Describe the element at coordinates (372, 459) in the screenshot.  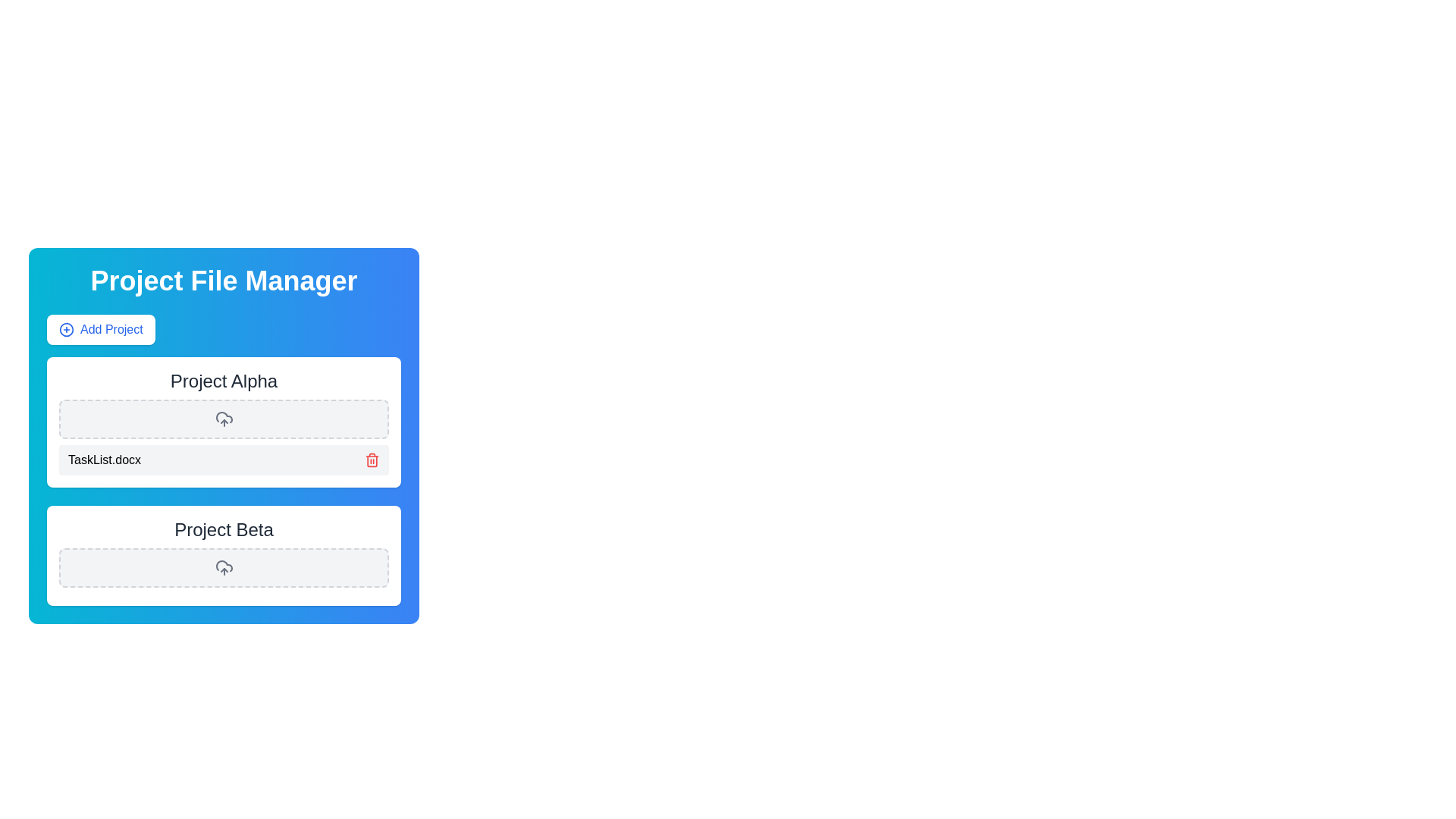
I see `the delete button located at the bottom right corner adjacent to 'TaskList.docx' to observe the hover effect` at that location.